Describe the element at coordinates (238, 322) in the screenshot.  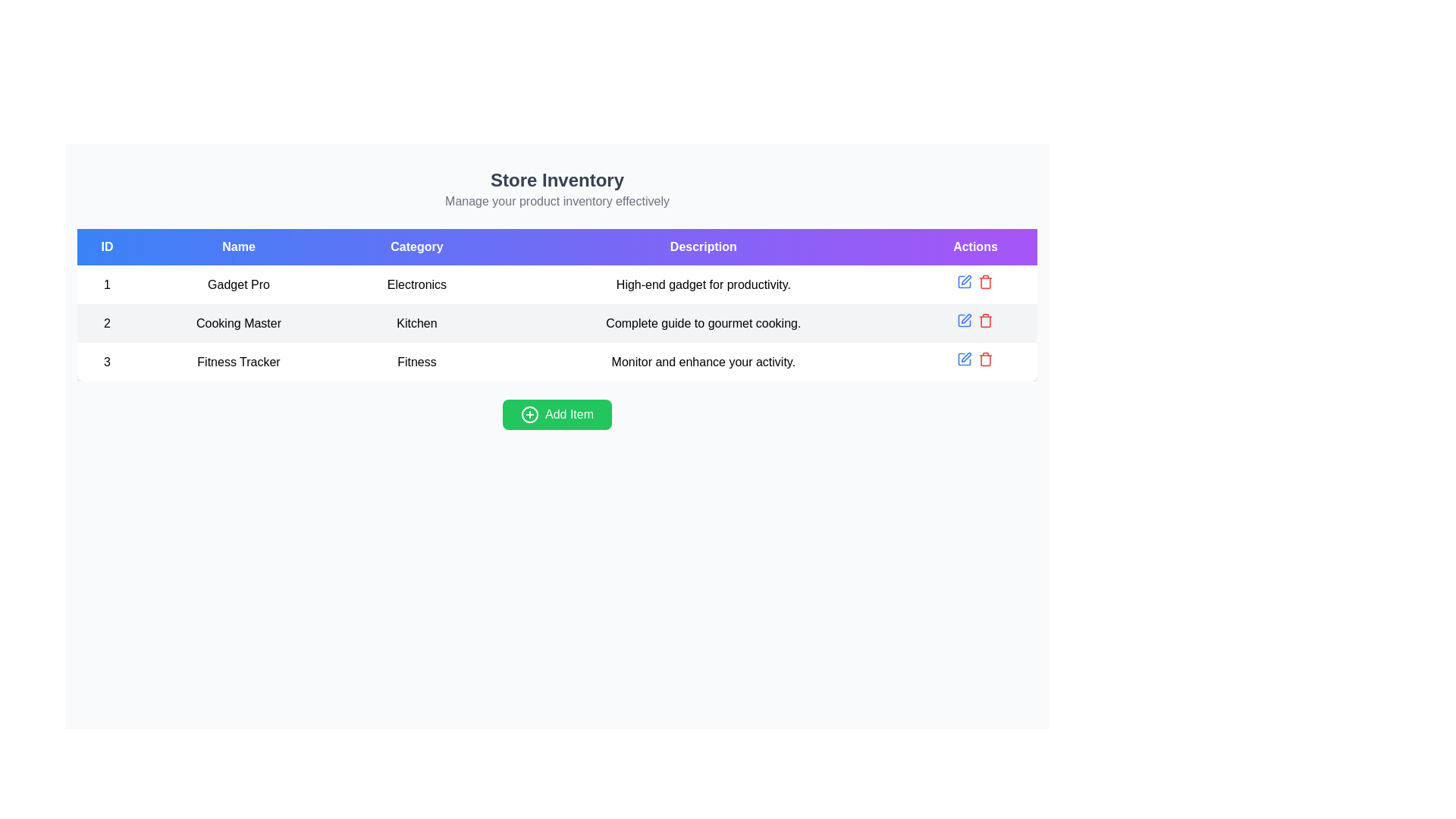
I see `the text label displaying 'Cooking Master' which is the title in bold, black text, centered in the second column of the second row of a table` at that location.